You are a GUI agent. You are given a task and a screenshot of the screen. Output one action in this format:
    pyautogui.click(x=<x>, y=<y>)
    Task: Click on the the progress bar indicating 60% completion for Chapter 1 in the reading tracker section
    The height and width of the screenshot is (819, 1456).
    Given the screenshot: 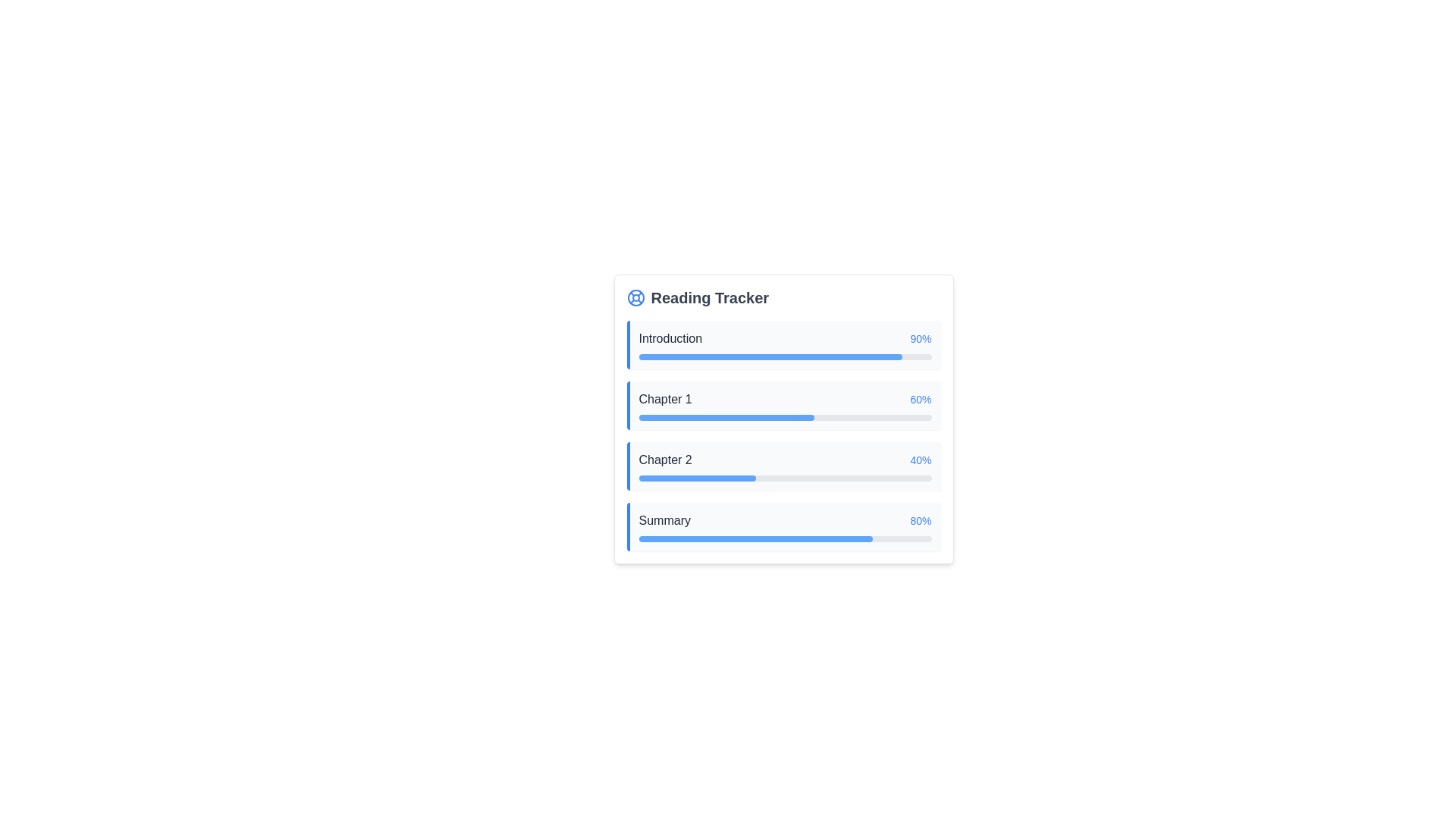 What is the action you would take?
    pyautogui.click(x=785, y=418)
    